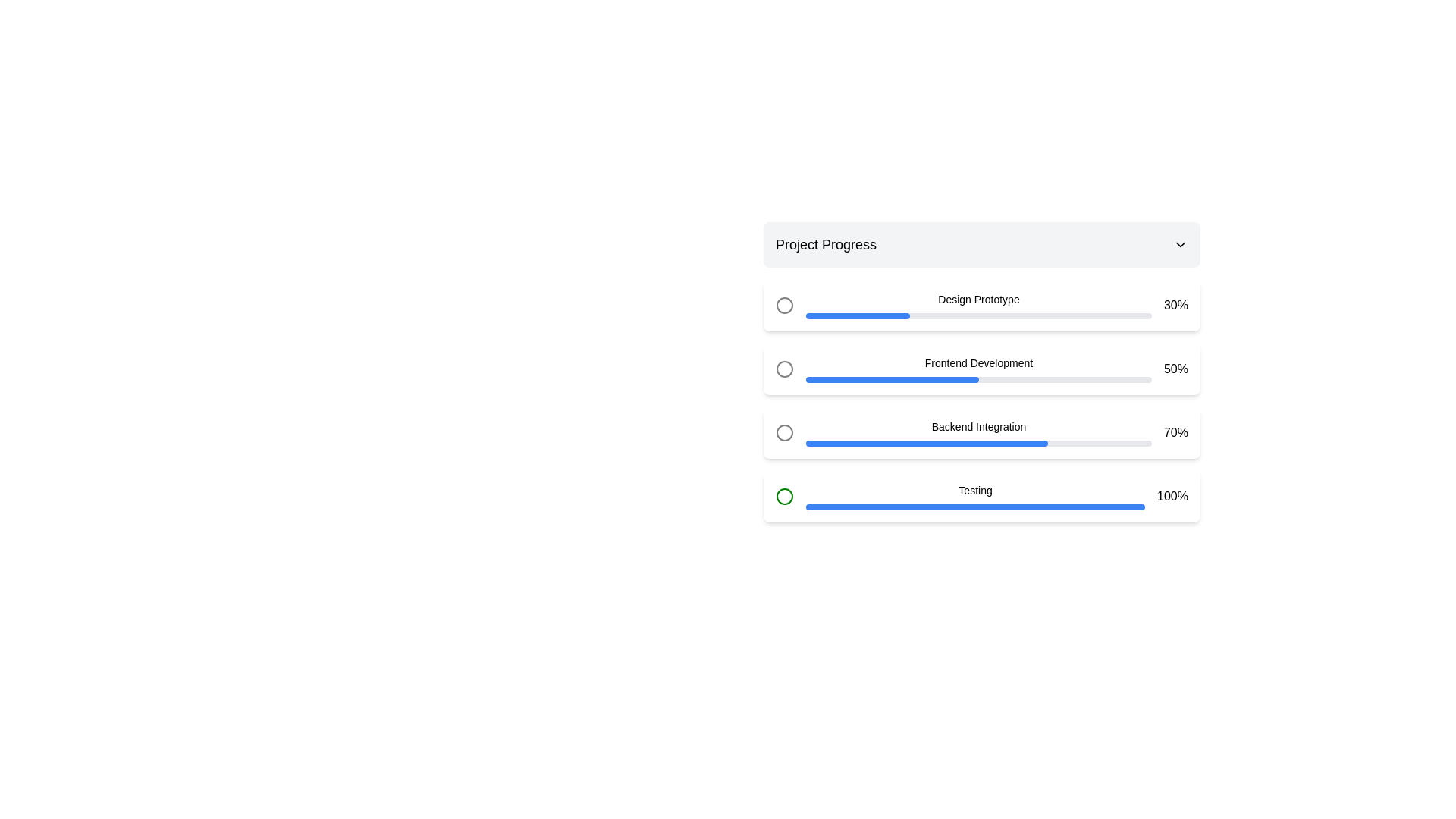 The image size is (1456, 819). I want to click on the circular icon outlined in gray that is located to the left of the 'Design Prototype' text in the progress widget, so click(785, 305).